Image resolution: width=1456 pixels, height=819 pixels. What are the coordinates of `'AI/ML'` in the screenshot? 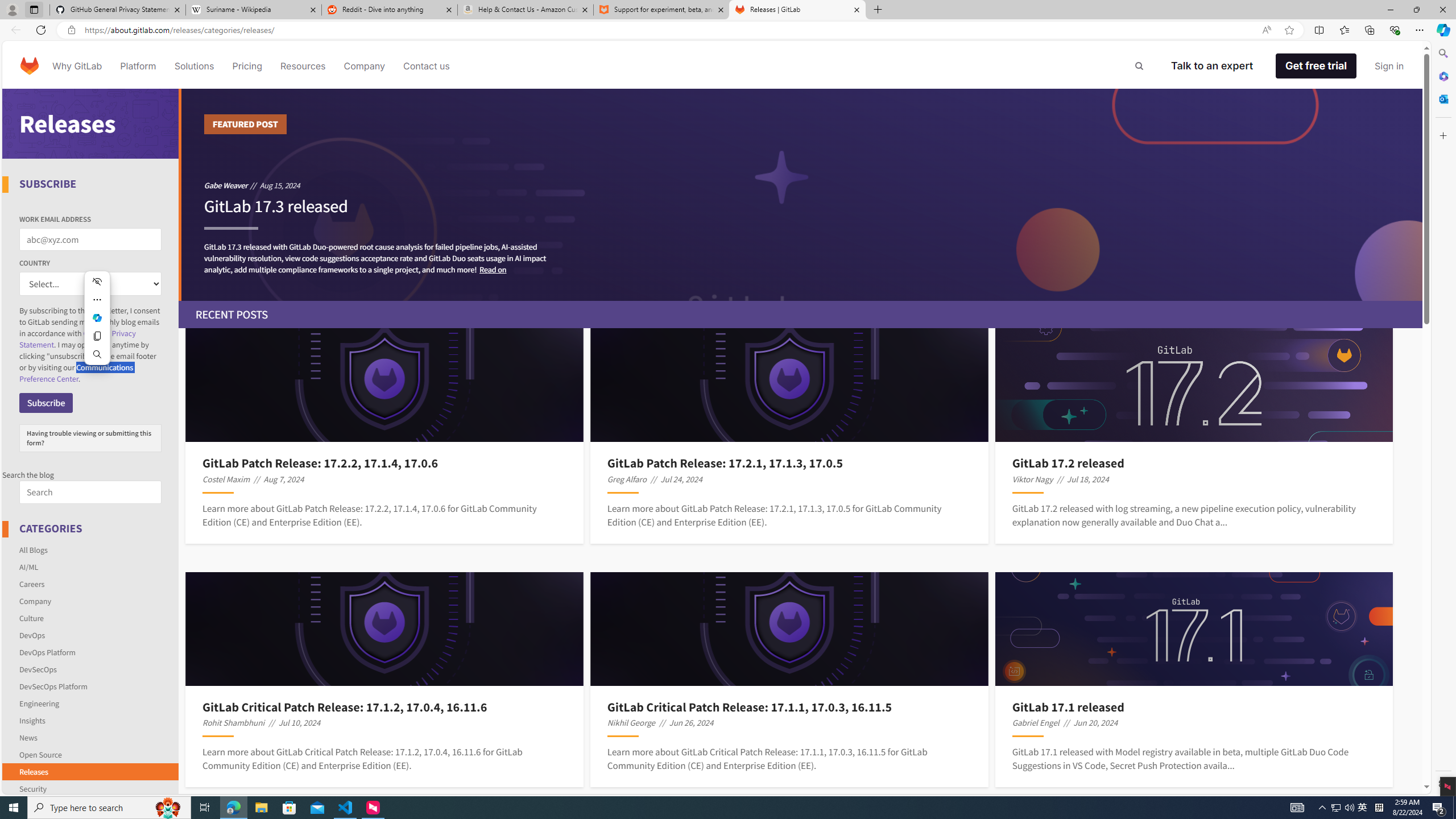 It's located at (90, 566).